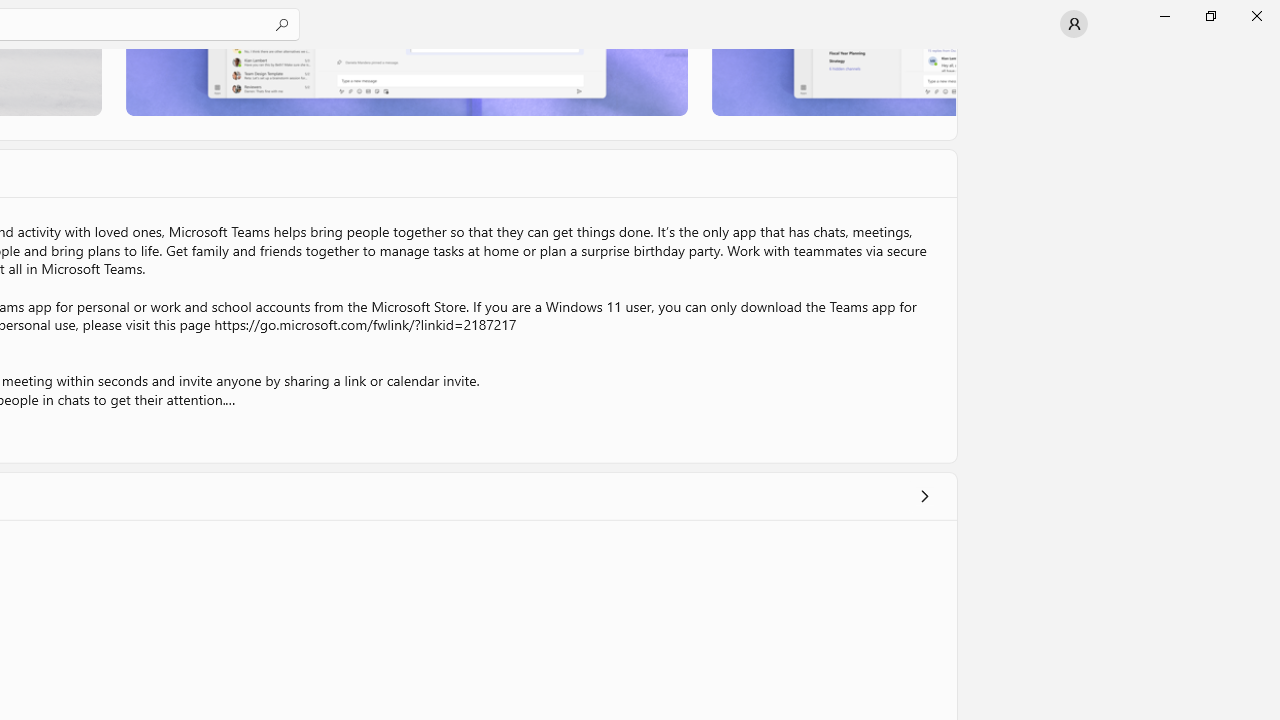 This screenshot has width=1280, height=720. I want to click on 'Restore Microsoft Store', so click(1209, 15).